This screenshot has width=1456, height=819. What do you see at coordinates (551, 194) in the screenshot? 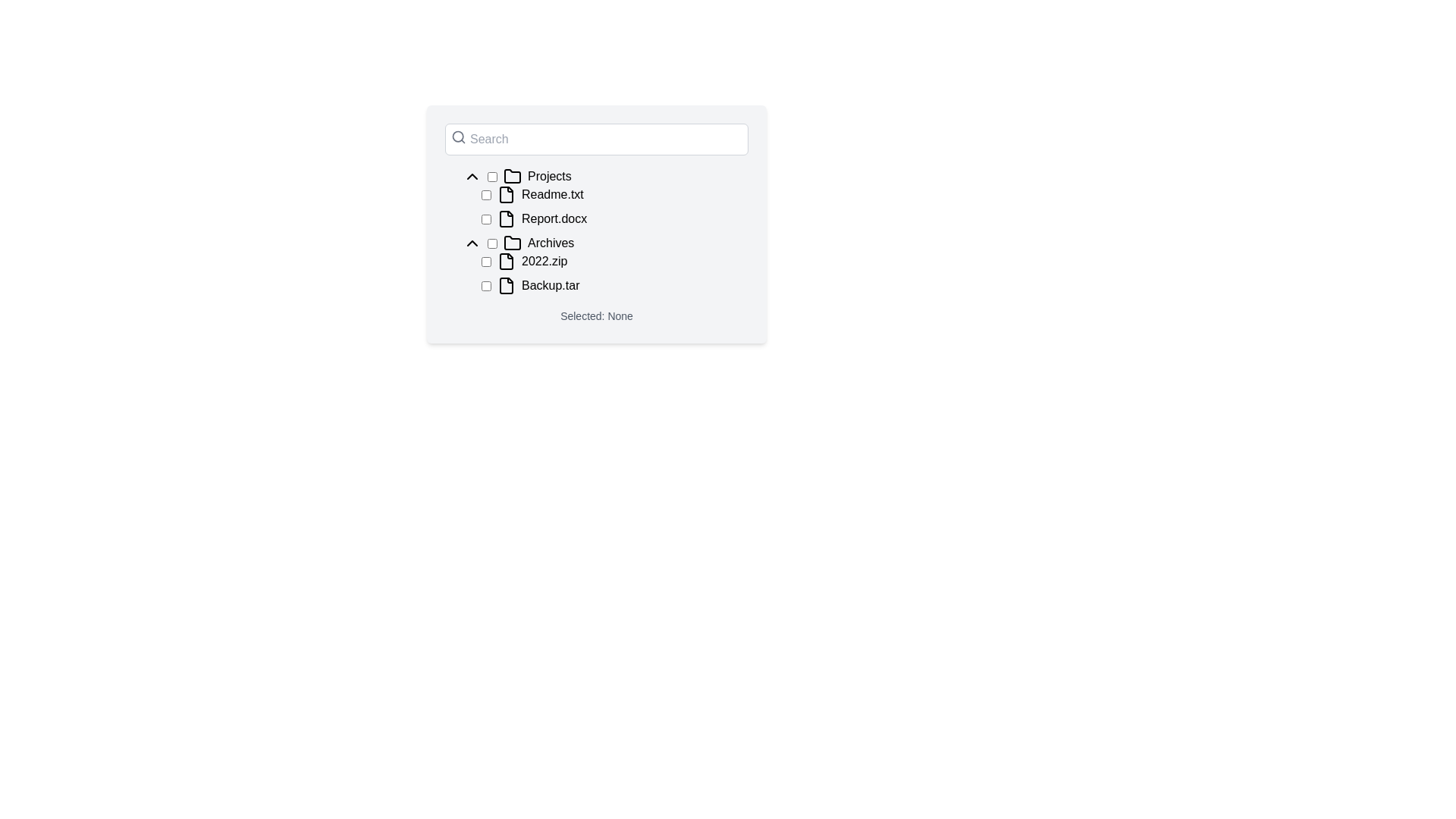
I see `on the 'Readme.txt' text label in the file tree structure` at bounding box center [551, 194].